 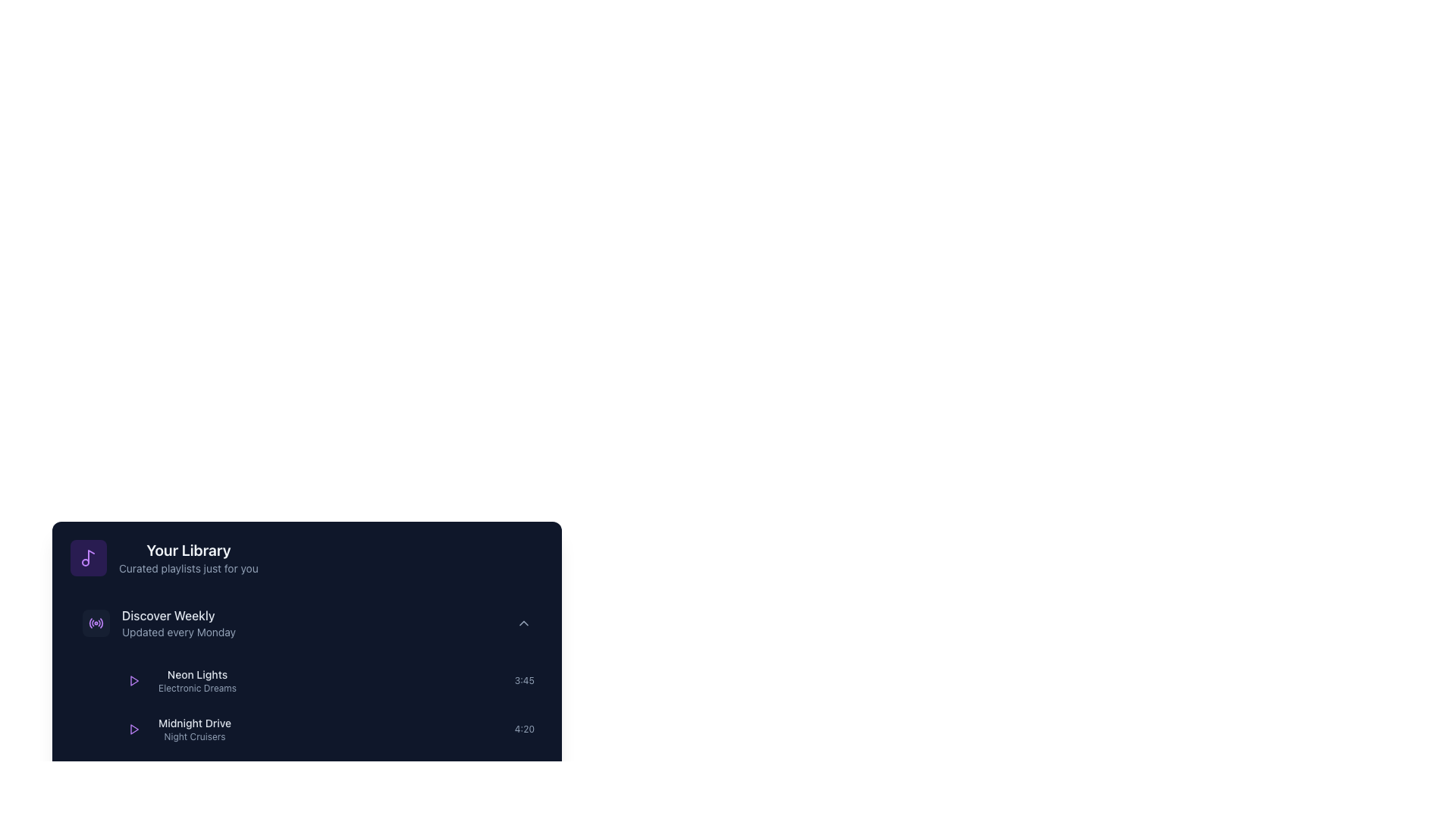 What do you see at coordinates (134, 680) in the screenshot?
I see `the playback activation button located in the vertical sidebar to the left of the text 'Neon Lights' and 'Electronic Dreams' to play the associated item` at bounding box center [134, 680].